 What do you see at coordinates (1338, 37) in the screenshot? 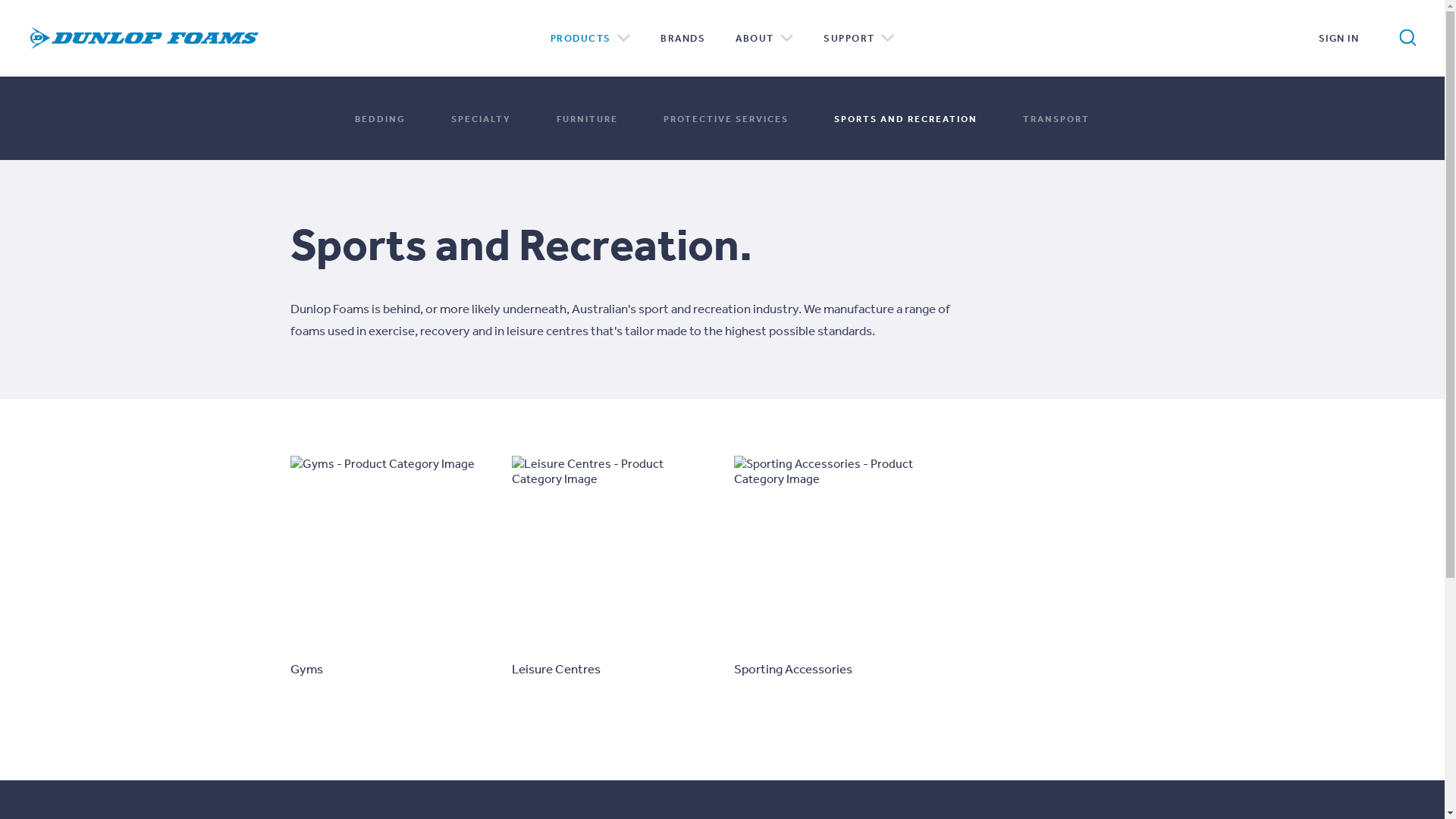
I see `'SIGN IN'` at bounding box center [1338, 37].